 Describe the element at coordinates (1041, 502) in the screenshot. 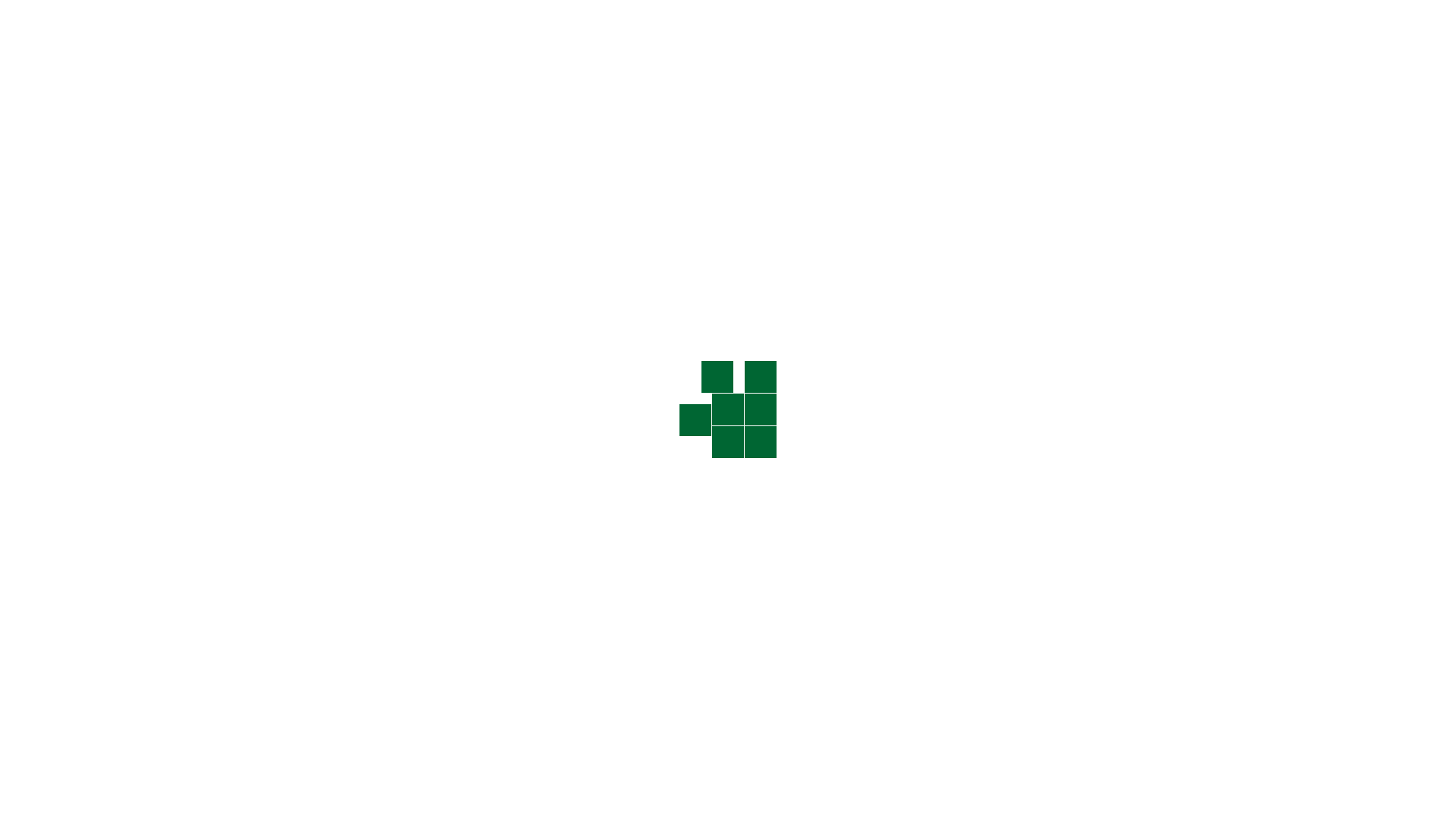

I see `'What safety precautions should be taken during tree removal?'` at that location.